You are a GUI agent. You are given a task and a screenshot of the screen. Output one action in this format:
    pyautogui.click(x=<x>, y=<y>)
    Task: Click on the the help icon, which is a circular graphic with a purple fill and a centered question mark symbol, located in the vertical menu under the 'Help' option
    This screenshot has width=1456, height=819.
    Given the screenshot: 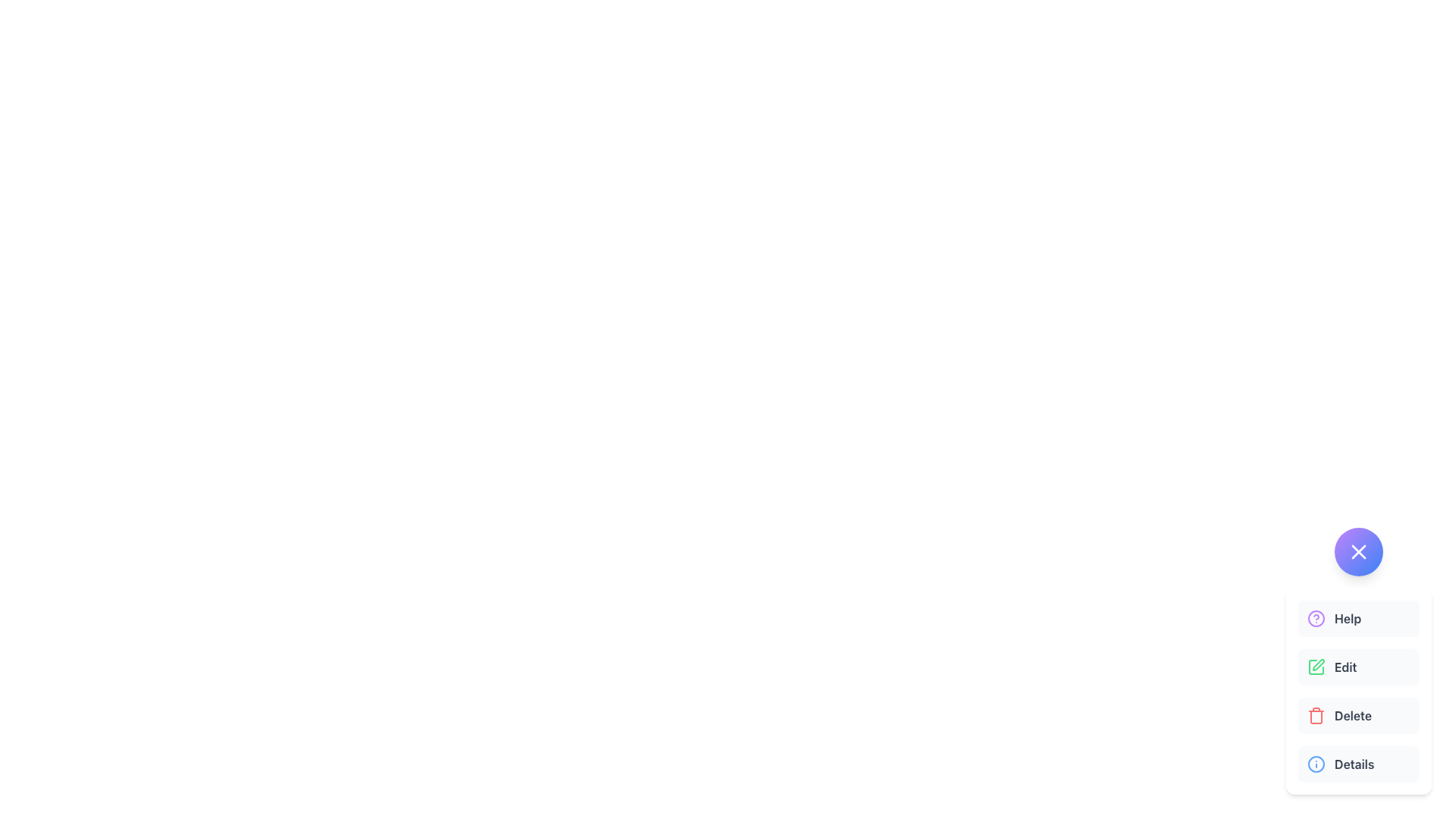 What is the action you would take?
    pyautogui.click(x=1316, y=619)
    